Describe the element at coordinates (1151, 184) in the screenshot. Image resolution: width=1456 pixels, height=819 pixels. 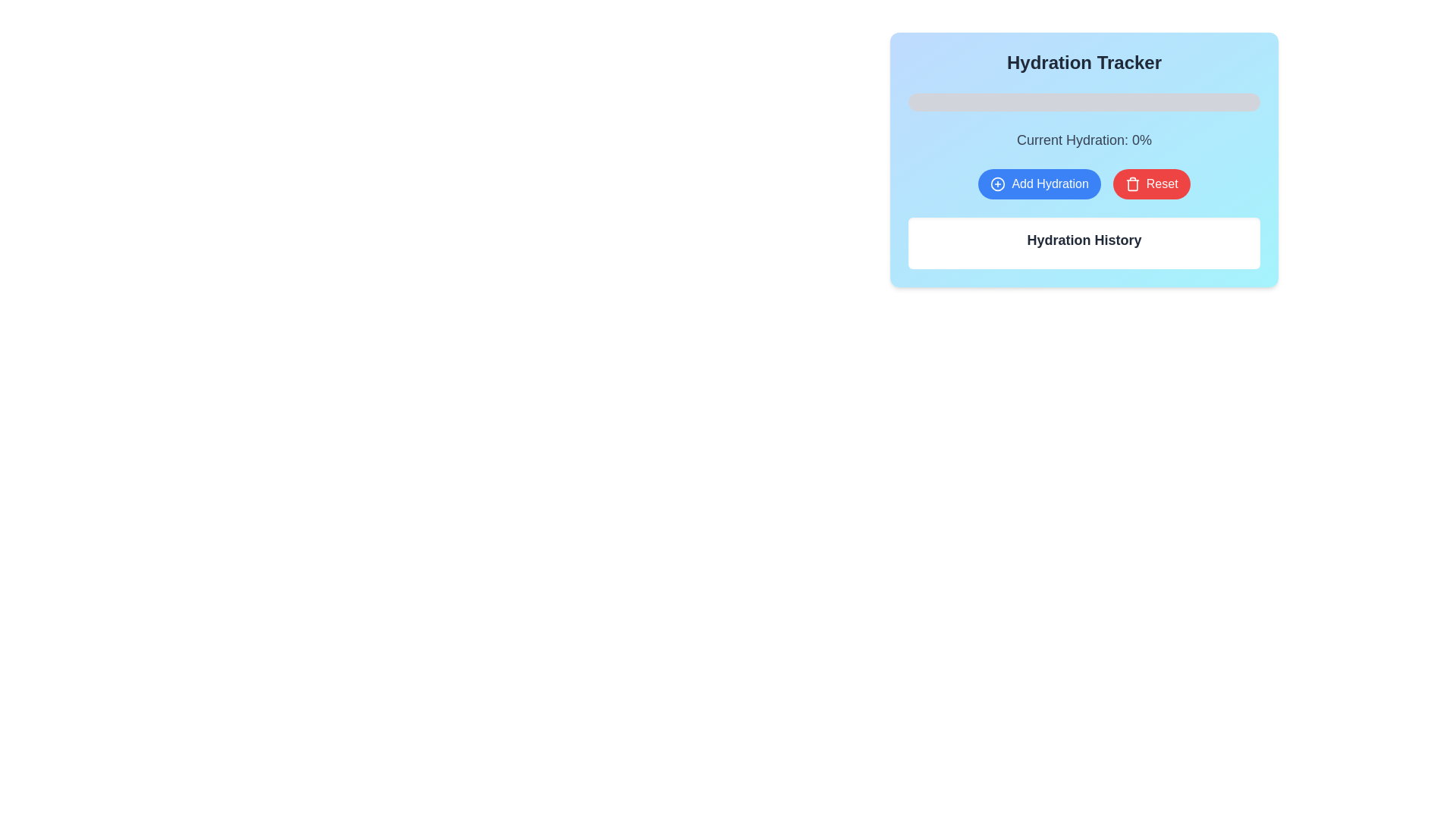
I see `the red 'Reset' button with rounded corners, which has a white trash bin icon on its left side, to reset hydration` at that location.